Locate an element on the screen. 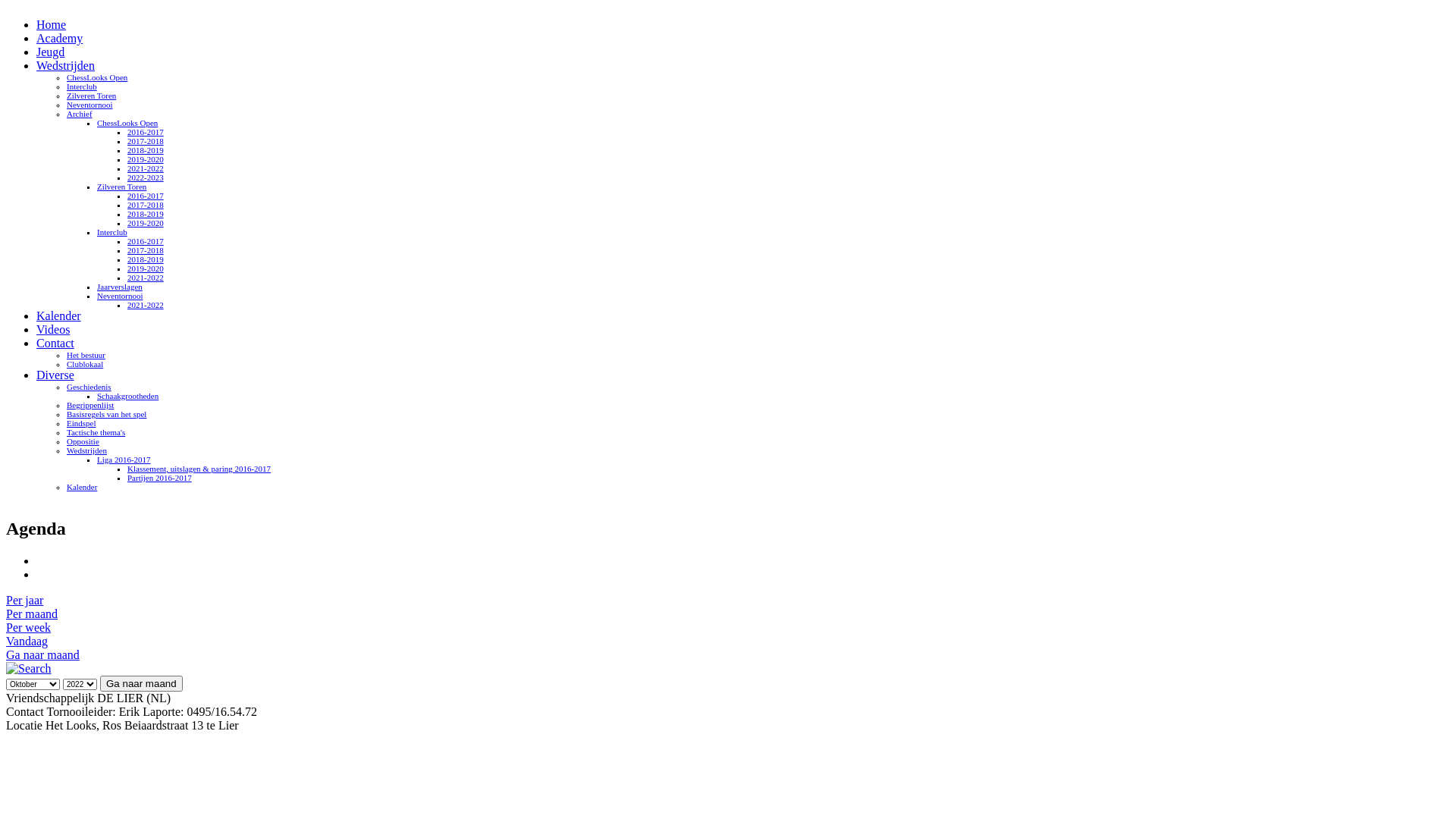 This screenshot has height=819, width=1456. 'Eindspel' is located at coordinates (80, 423).